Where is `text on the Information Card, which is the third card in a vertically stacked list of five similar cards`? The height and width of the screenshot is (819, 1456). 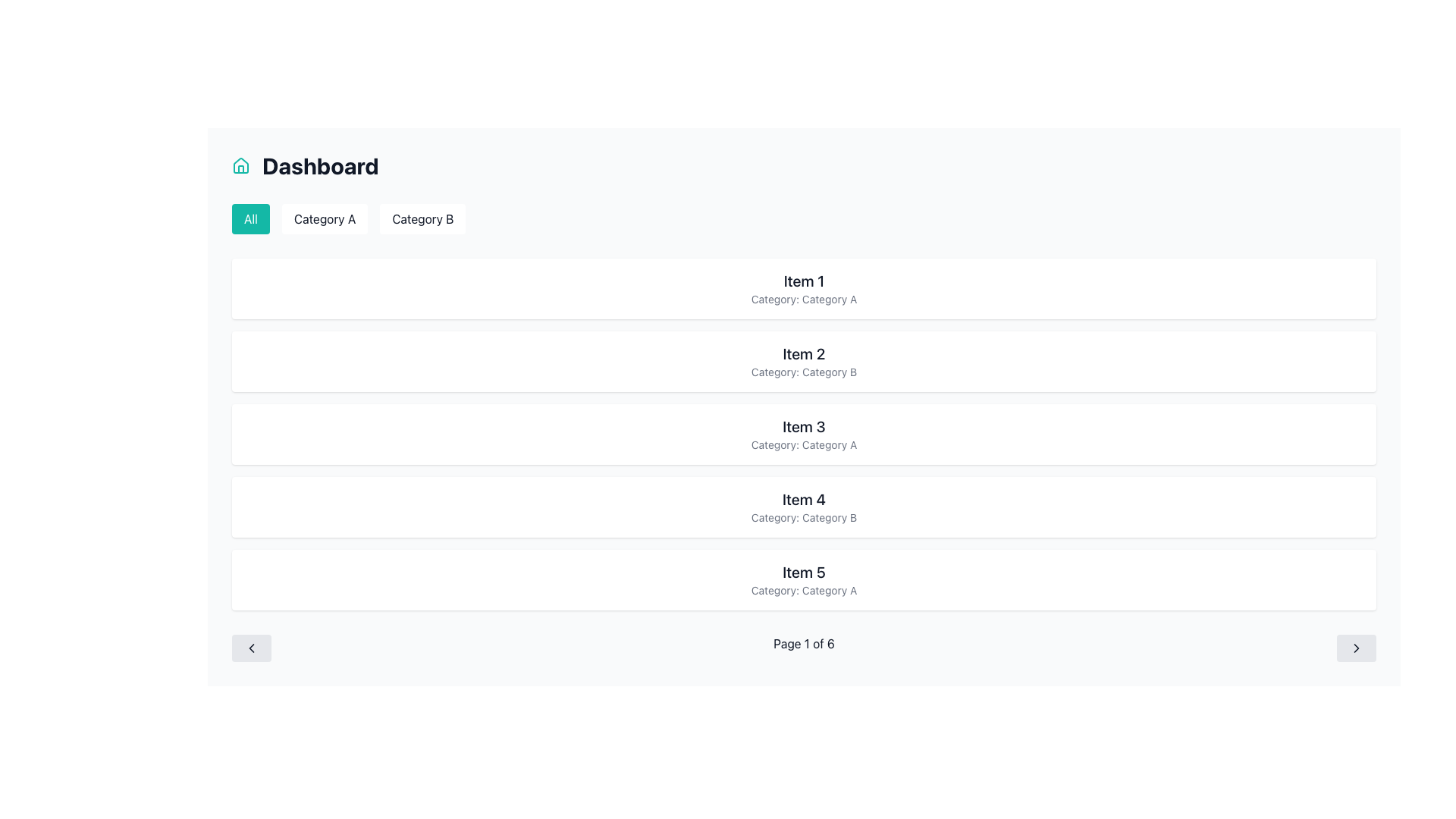 text on the Information Card, which is the third card in a vertically stacked list of five similar cards is located at coordinates (803, 435).